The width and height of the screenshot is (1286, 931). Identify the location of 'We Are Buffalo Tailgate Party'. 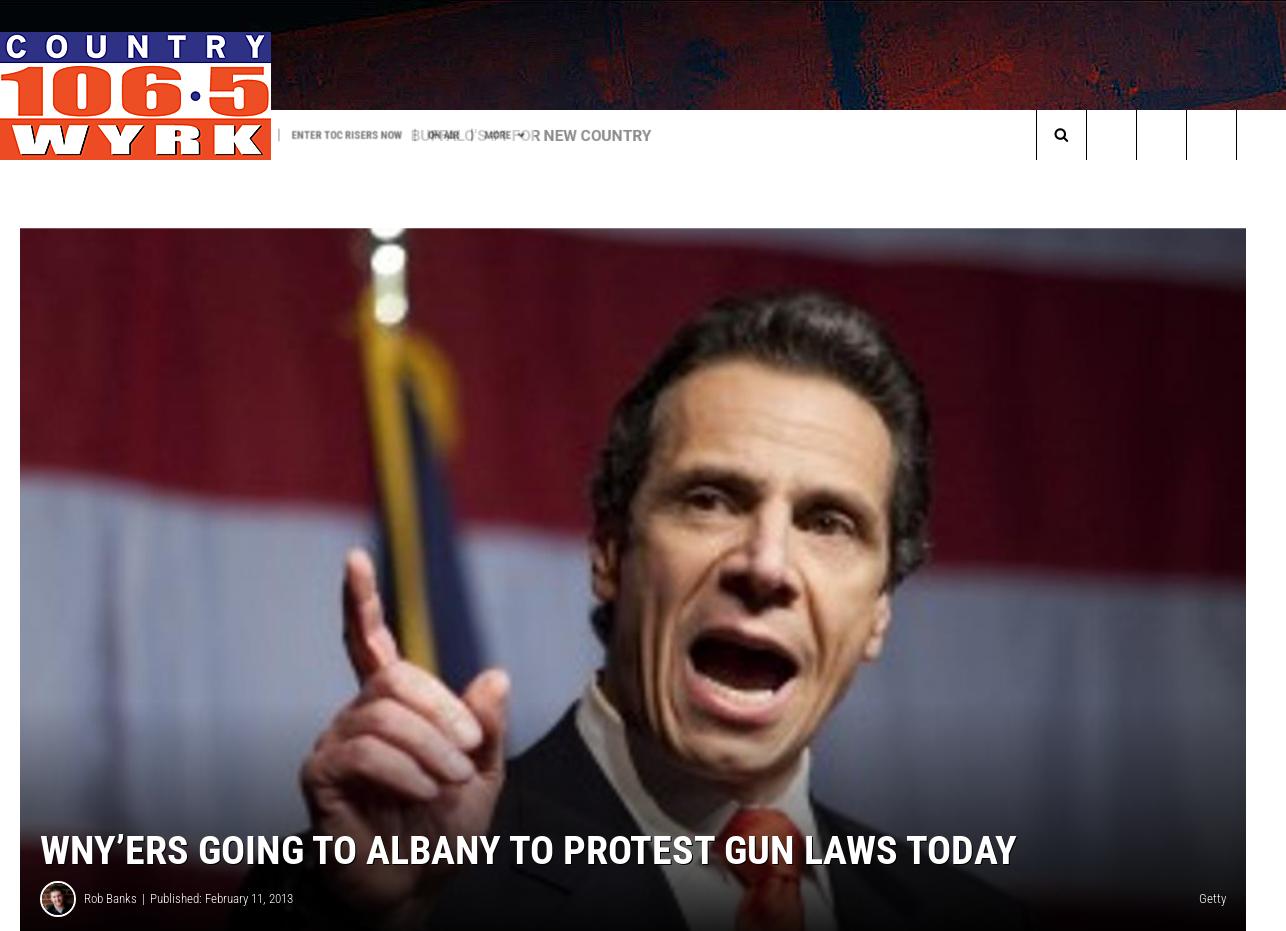
(191, 174).